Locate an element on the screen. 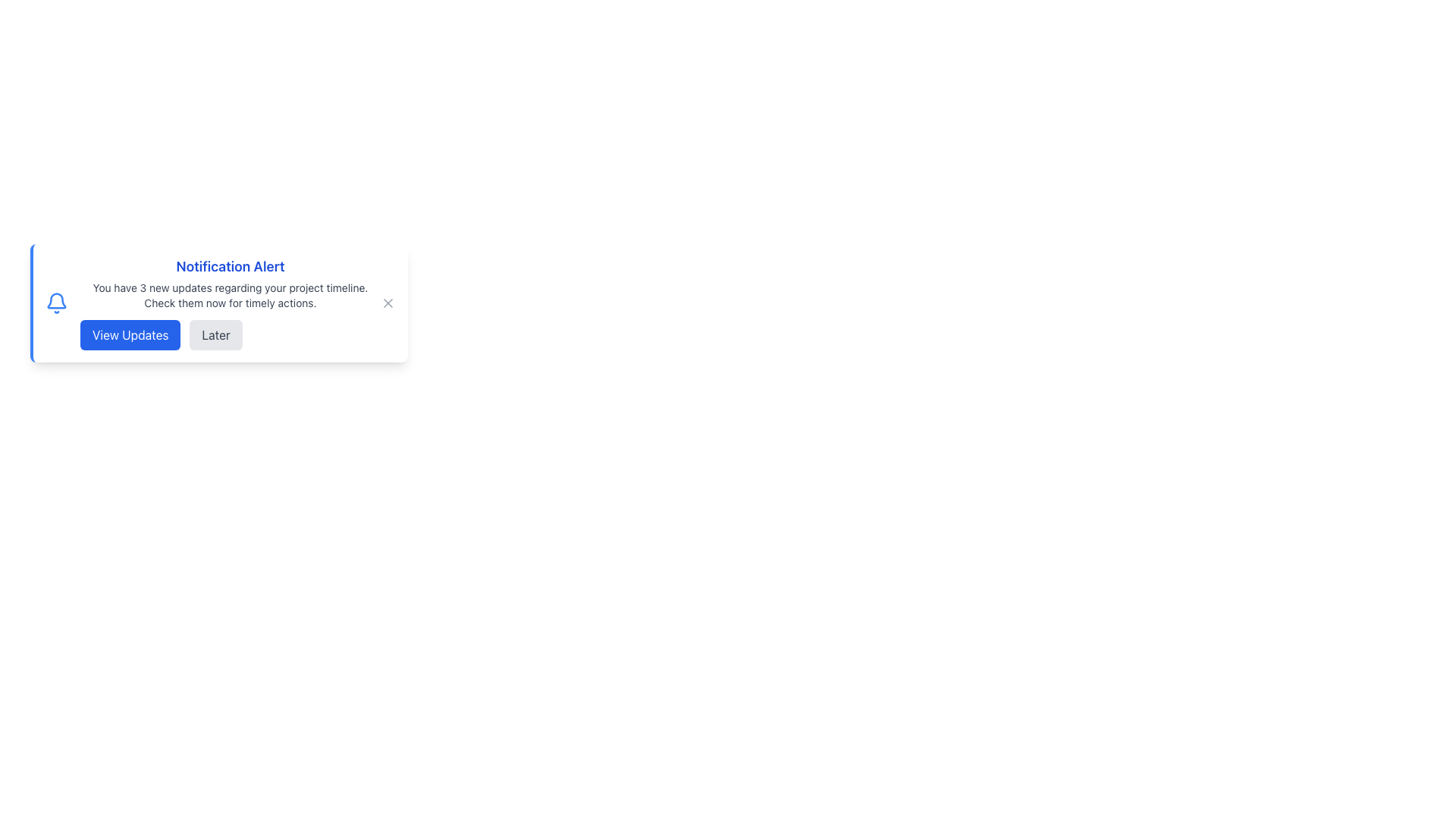 This screenshot has height=819, width=1456. the rectangular button with a blue background and white text that reads 'View Updates' is located at coordinates (130, 334).